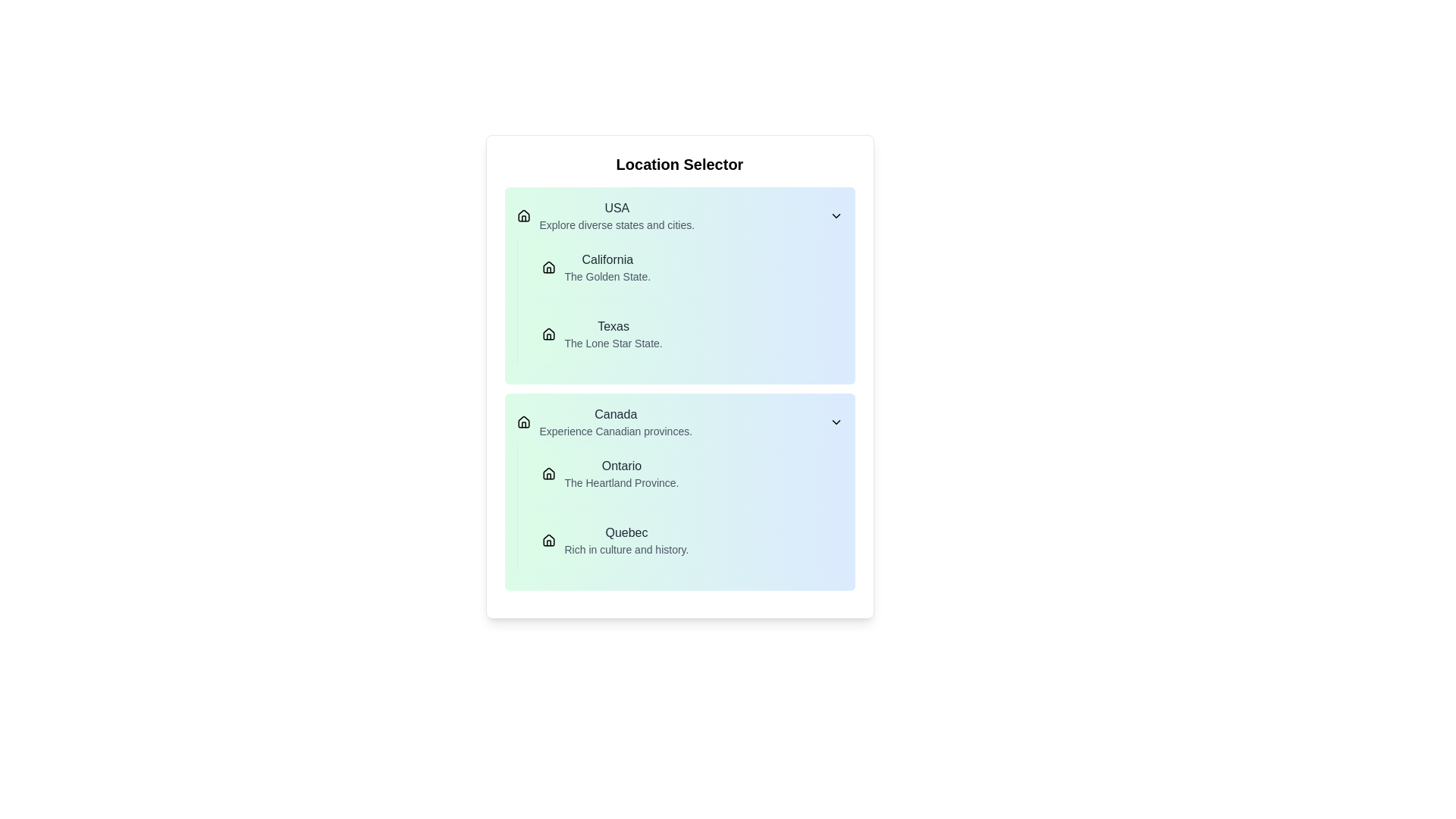 The image size is (1456, 819). Describe the element at coordinates (622, 472) in the screenshot. I see `the clickable option representing the province of Ontario in the dropdown menu under the 'Canada' category` at that location.